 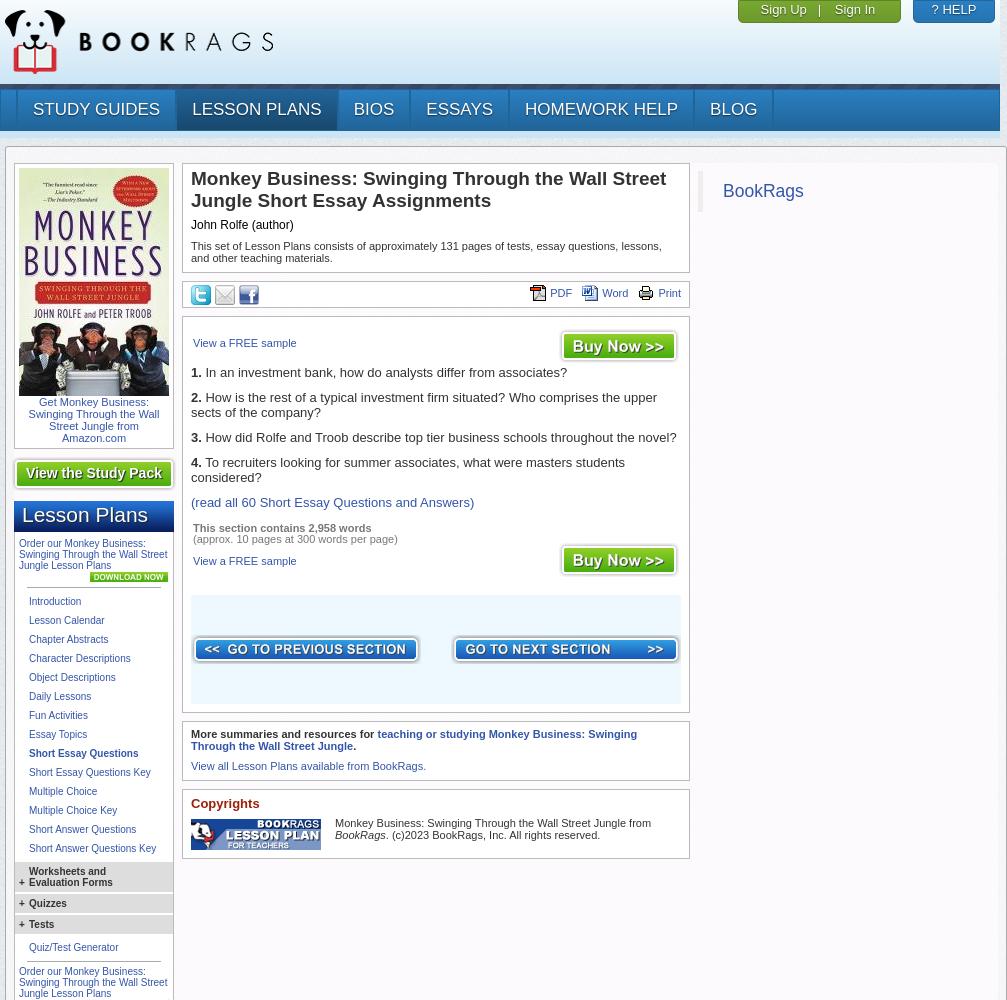 What do you see at coordinates (84, 514) in the screenshot?
I see `'Lesson Plans'` at bounding box center [84, 514].